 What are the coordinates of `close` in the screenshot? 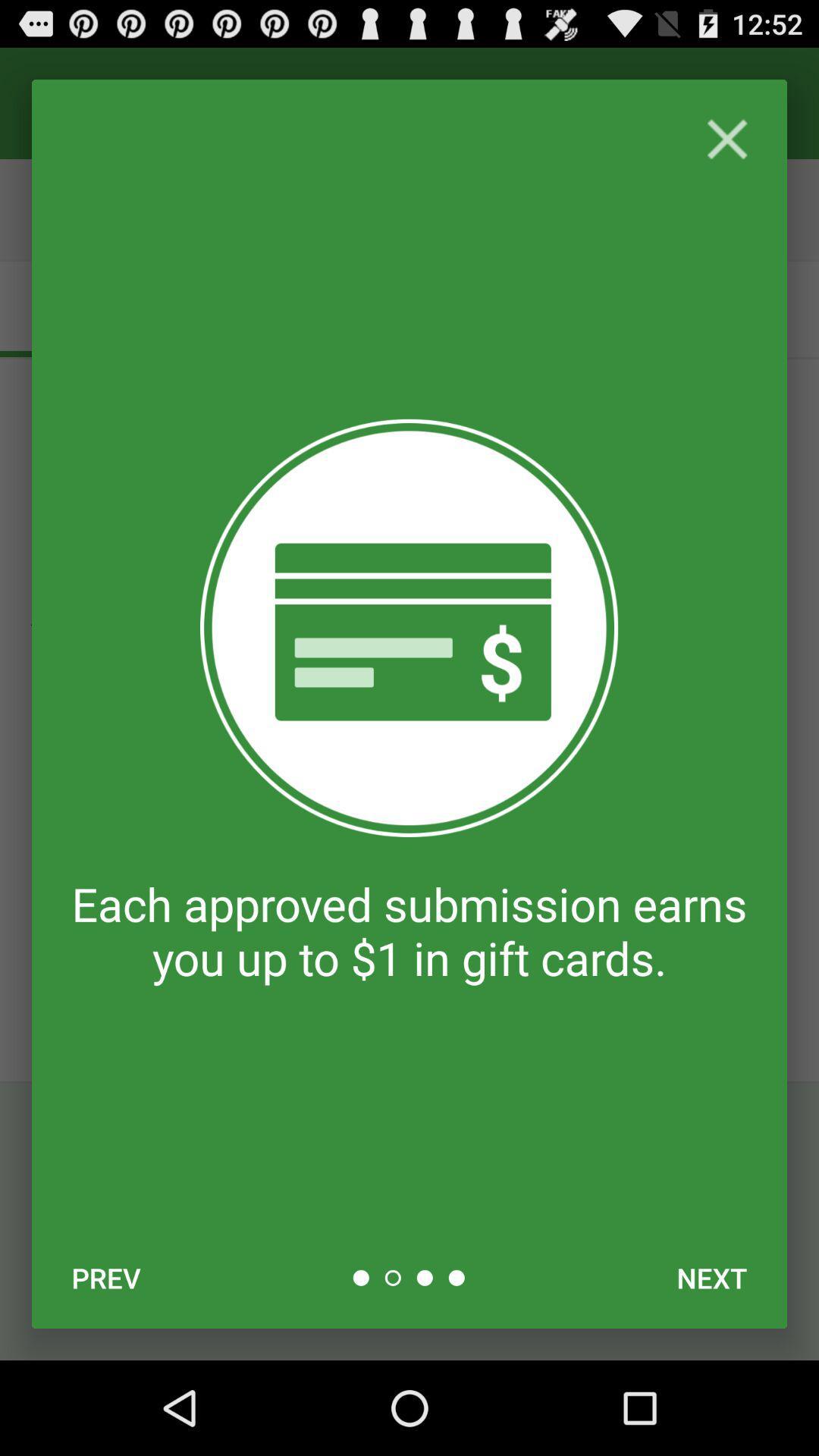 It's located at (726, 139).